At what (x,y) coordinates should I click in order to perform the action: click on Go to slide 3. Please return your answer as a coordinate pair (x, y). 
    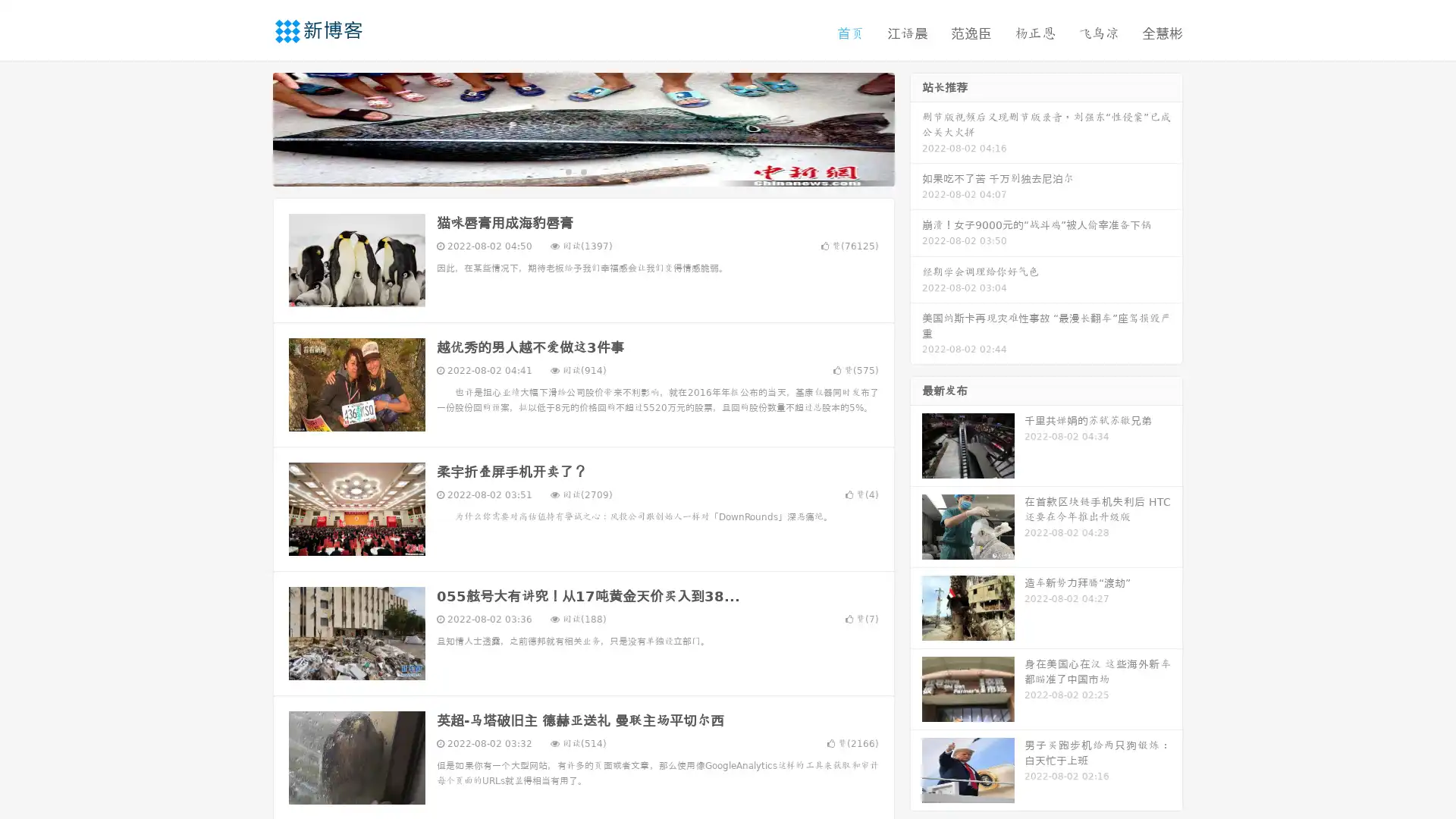
    Looking at the image, I should click on (598, 171).